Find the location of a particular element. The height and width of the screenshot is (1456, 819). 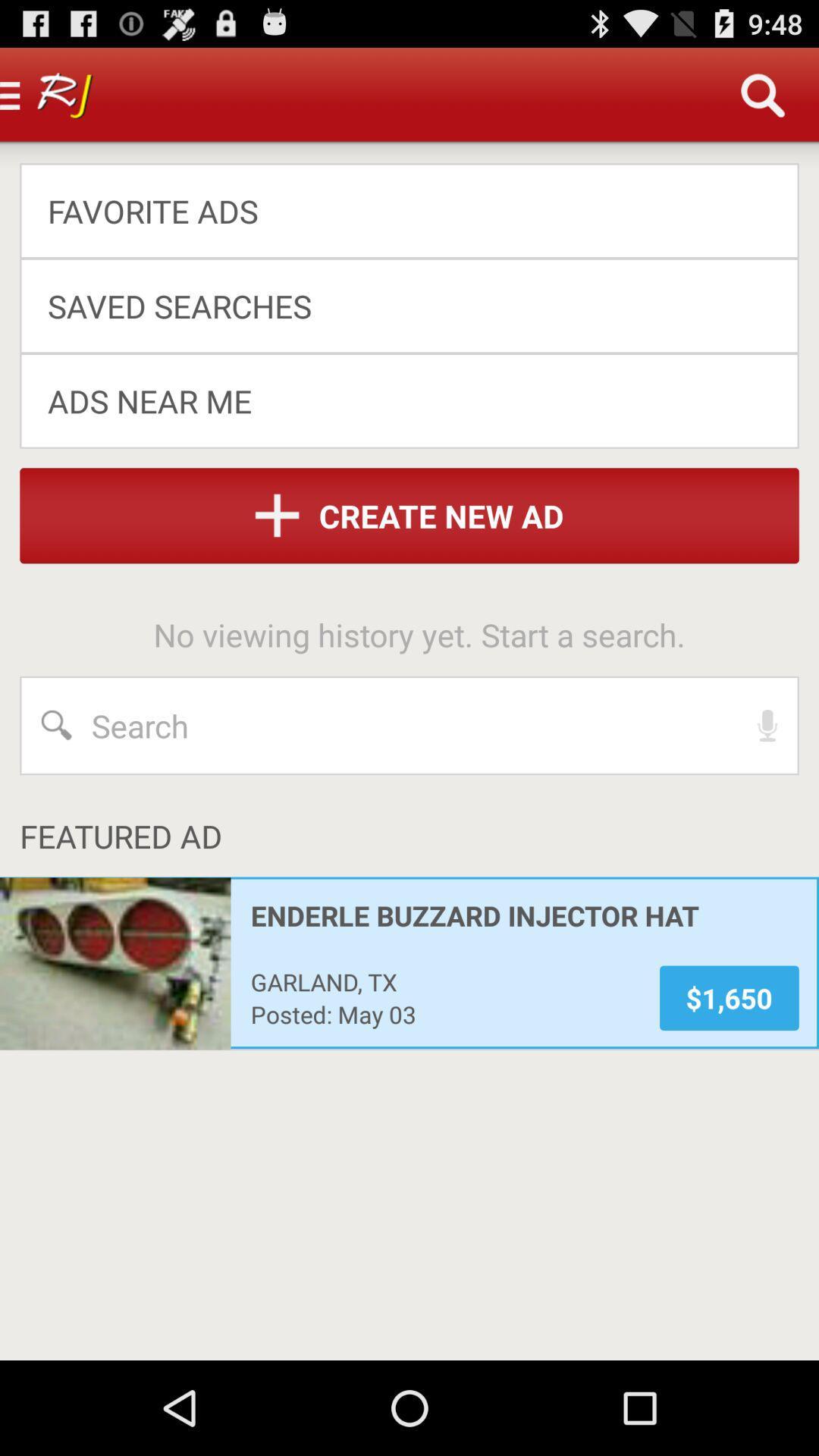

the item above the featured ad icon is located at coordinates (767, 724).